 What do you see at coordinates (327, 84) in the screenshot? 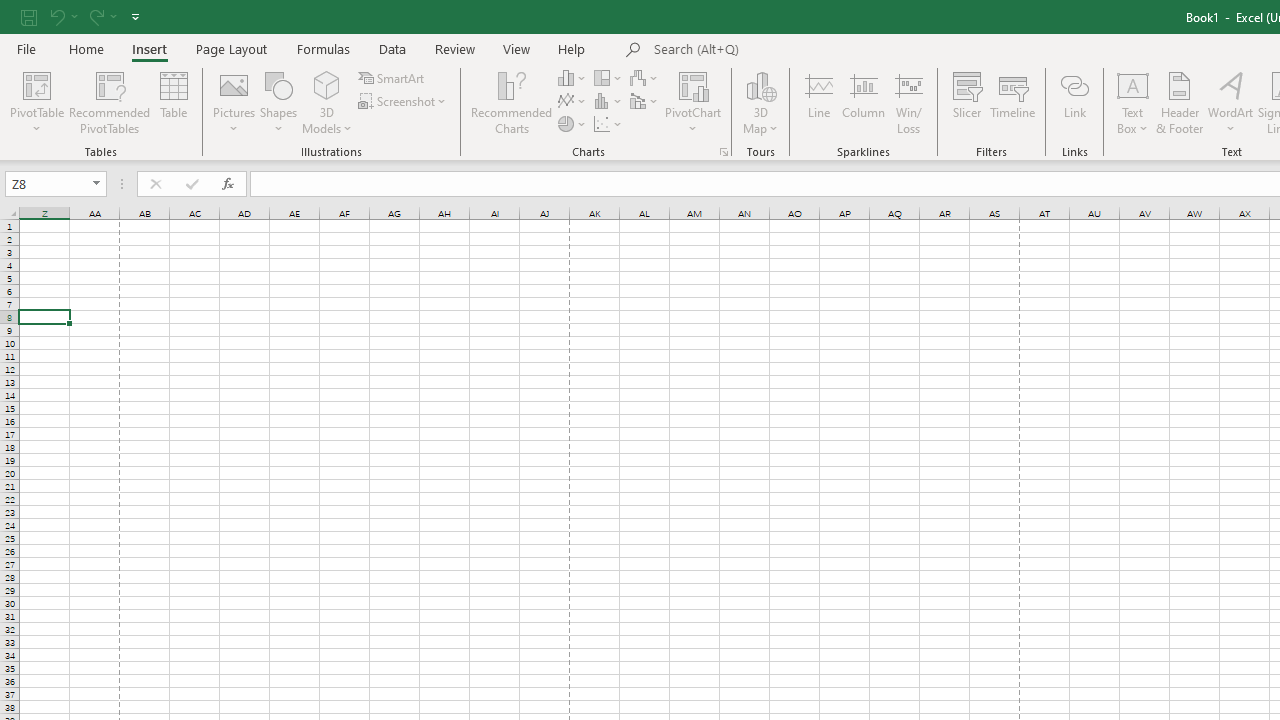
I see `'3D Models'` at bounding box center [327, 84].